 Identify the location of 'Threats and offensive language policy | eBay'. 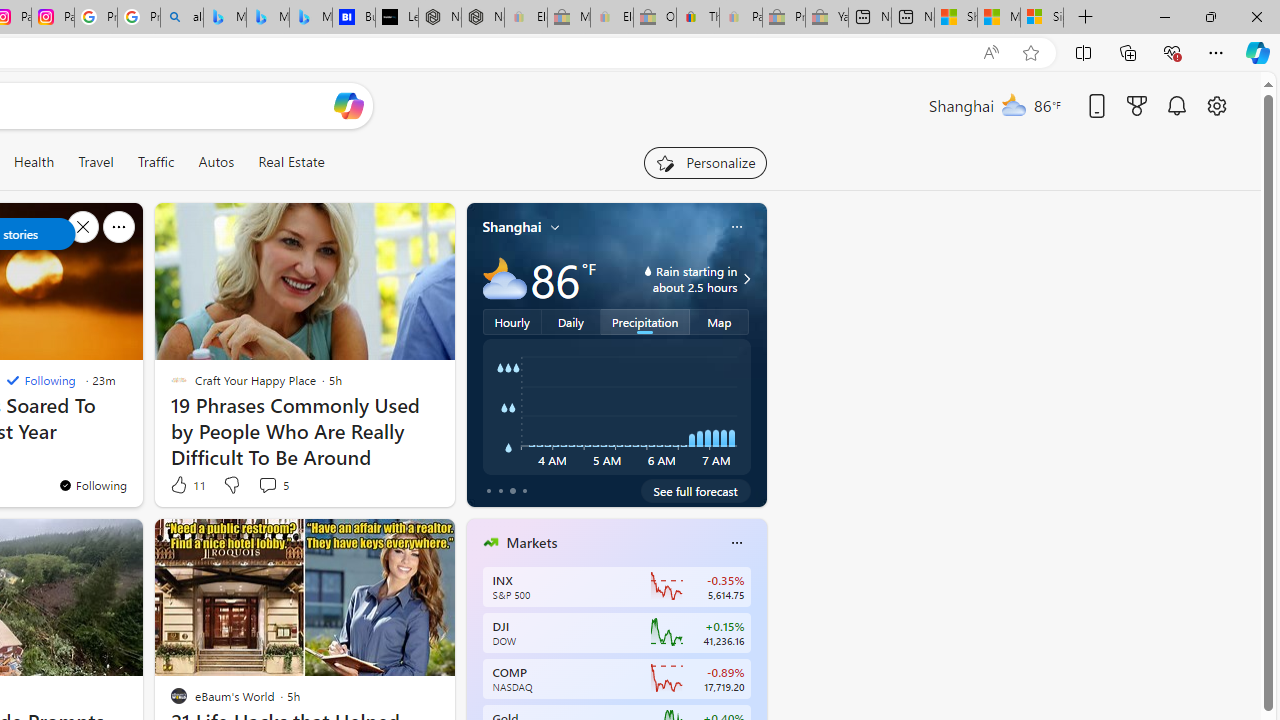
(698, 17).